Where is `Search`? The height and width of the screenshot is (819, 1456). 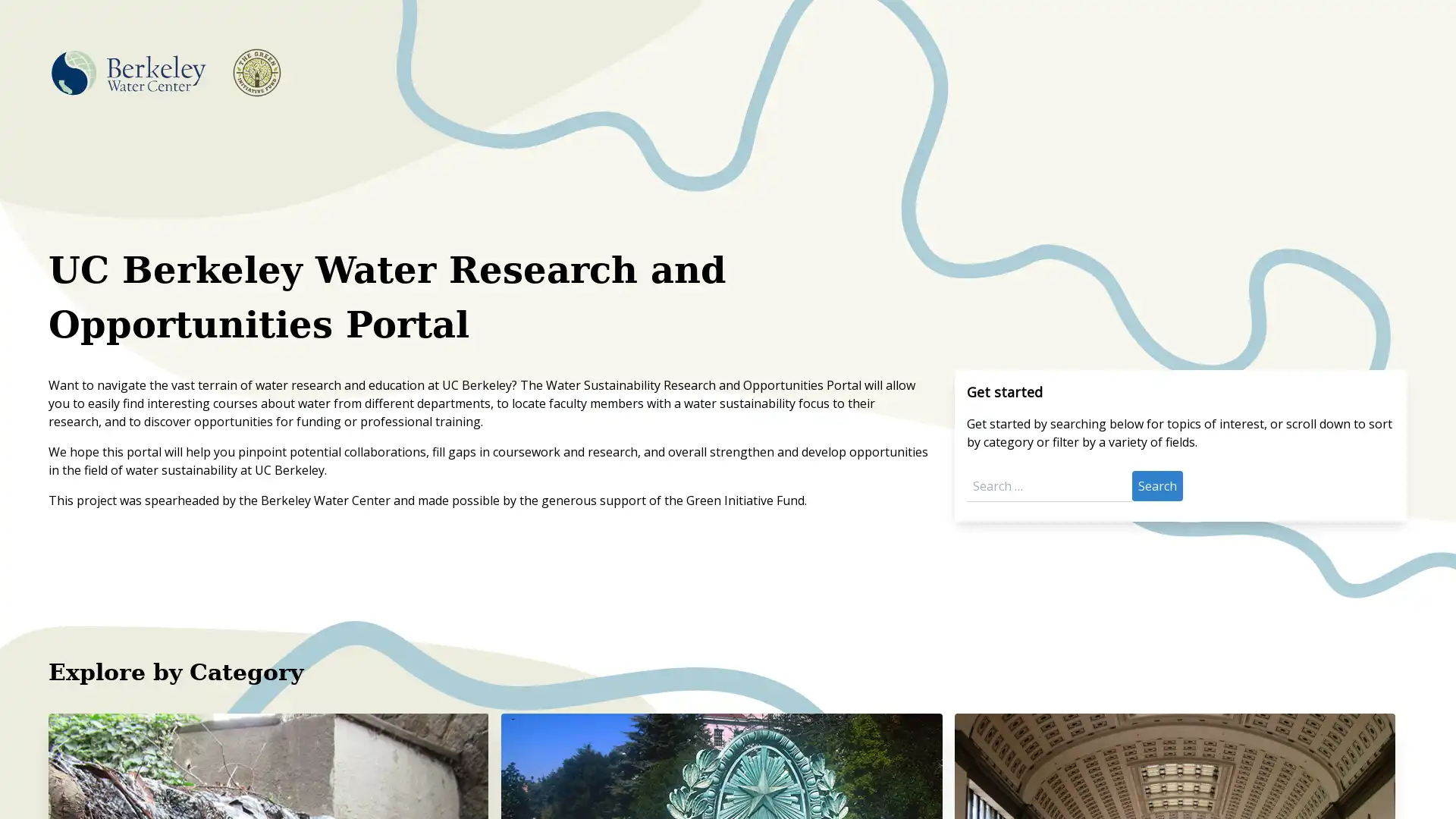 Search is located at coordinates (1156, 485).